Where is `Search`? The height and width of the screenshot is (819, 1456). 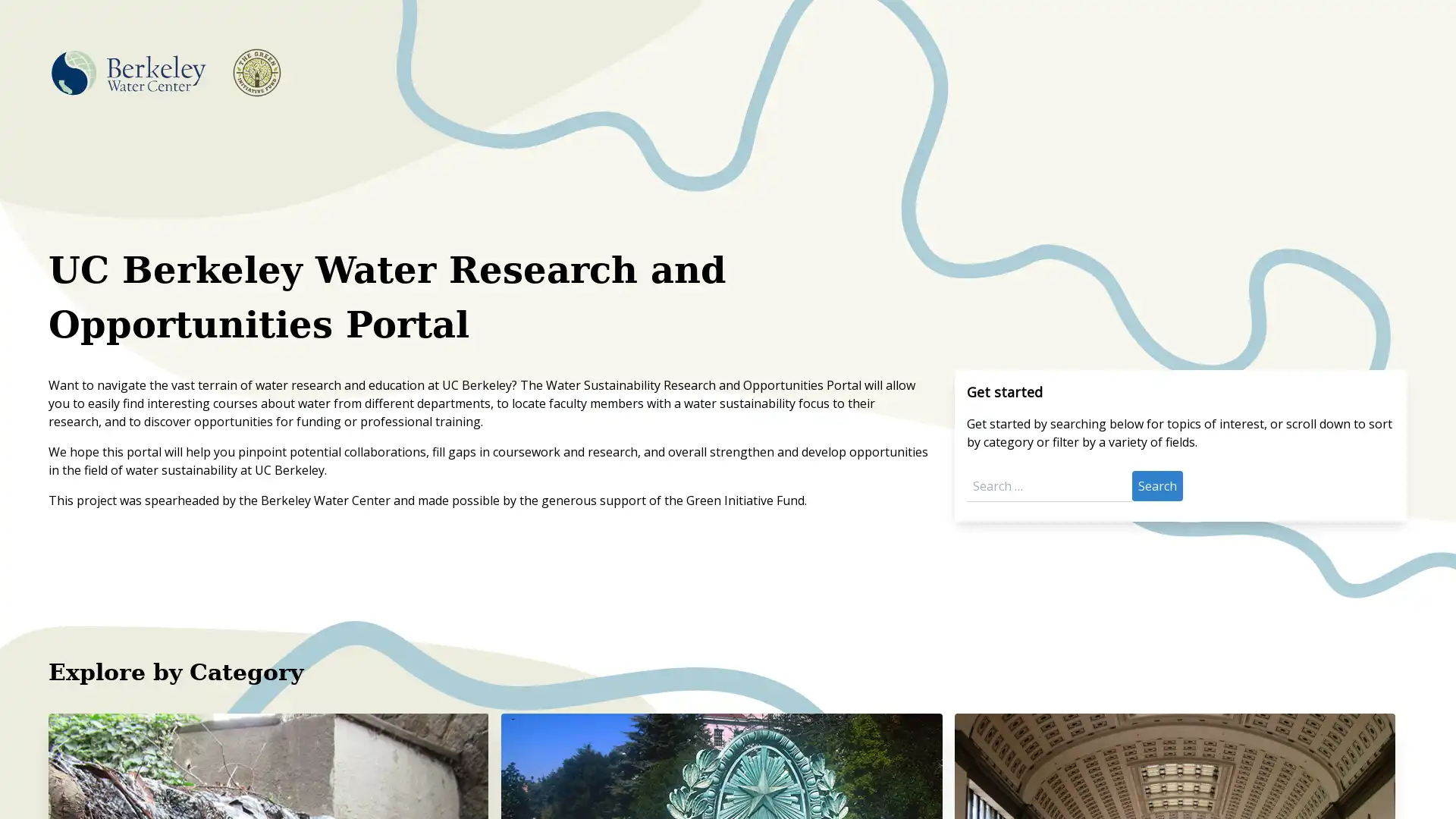 Search is located at coordinates (1156, 485).